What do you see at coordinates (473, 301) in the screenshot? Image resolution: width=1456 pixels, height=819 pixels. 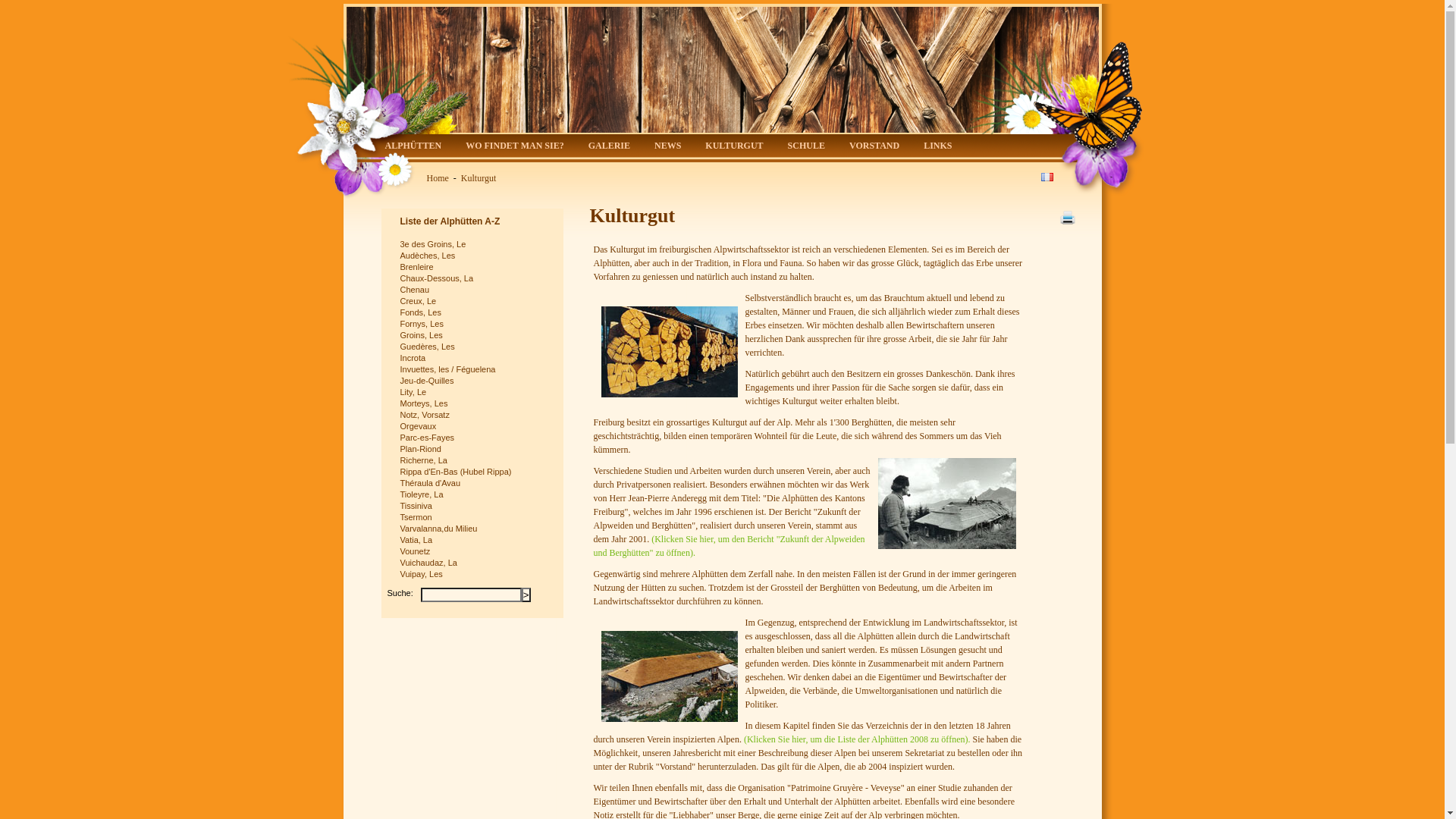 I see `'Creux, Le'` at bounding box center [473, 301].